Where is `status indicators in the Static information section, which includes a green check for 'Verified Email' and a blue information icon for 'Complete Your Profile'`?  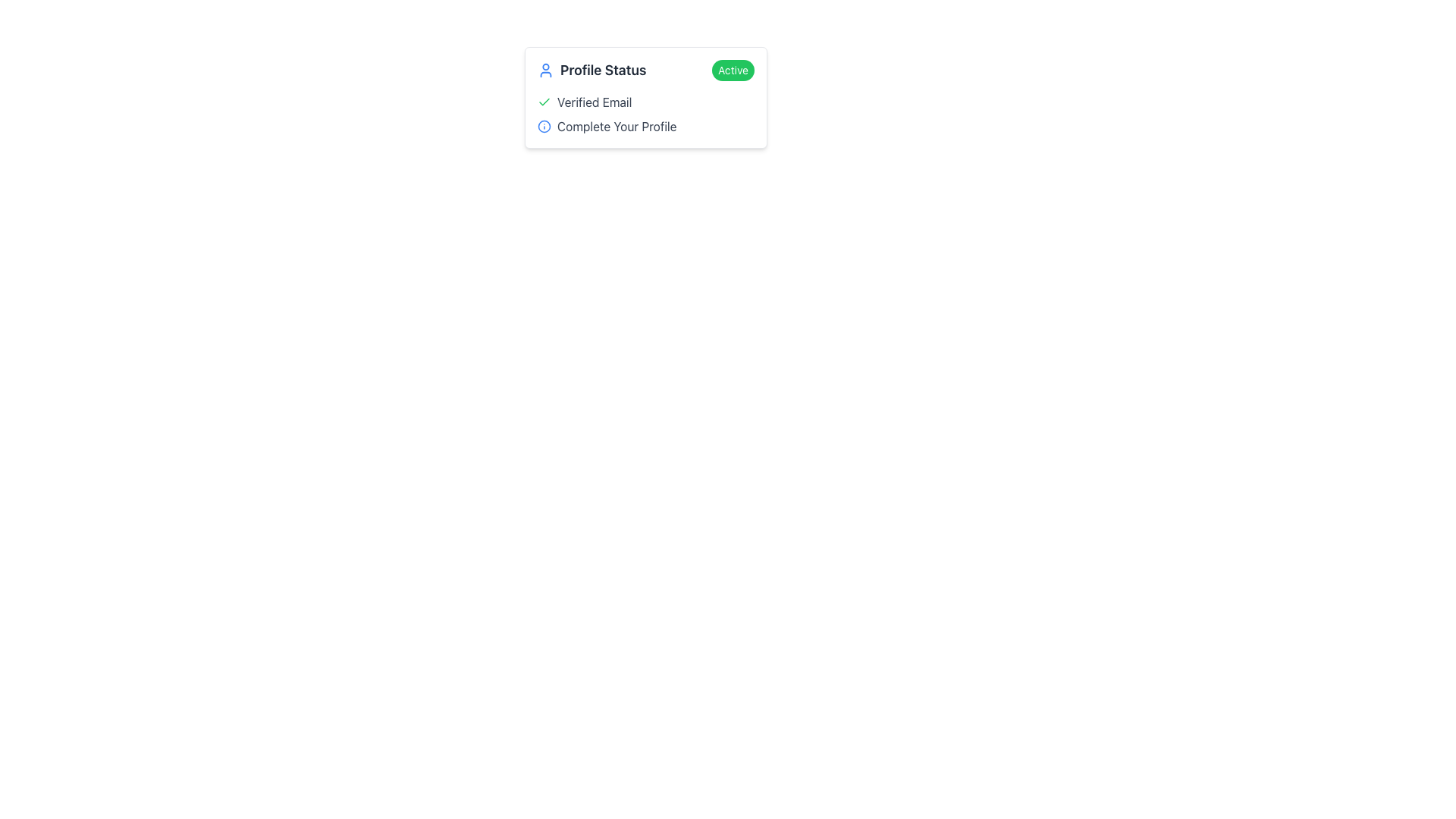
status indicators in the Static information section, which includes a green check for 'Verified Email' and a blue information icon for 'Complete Your Profile' is located at coordinates (645, 113).